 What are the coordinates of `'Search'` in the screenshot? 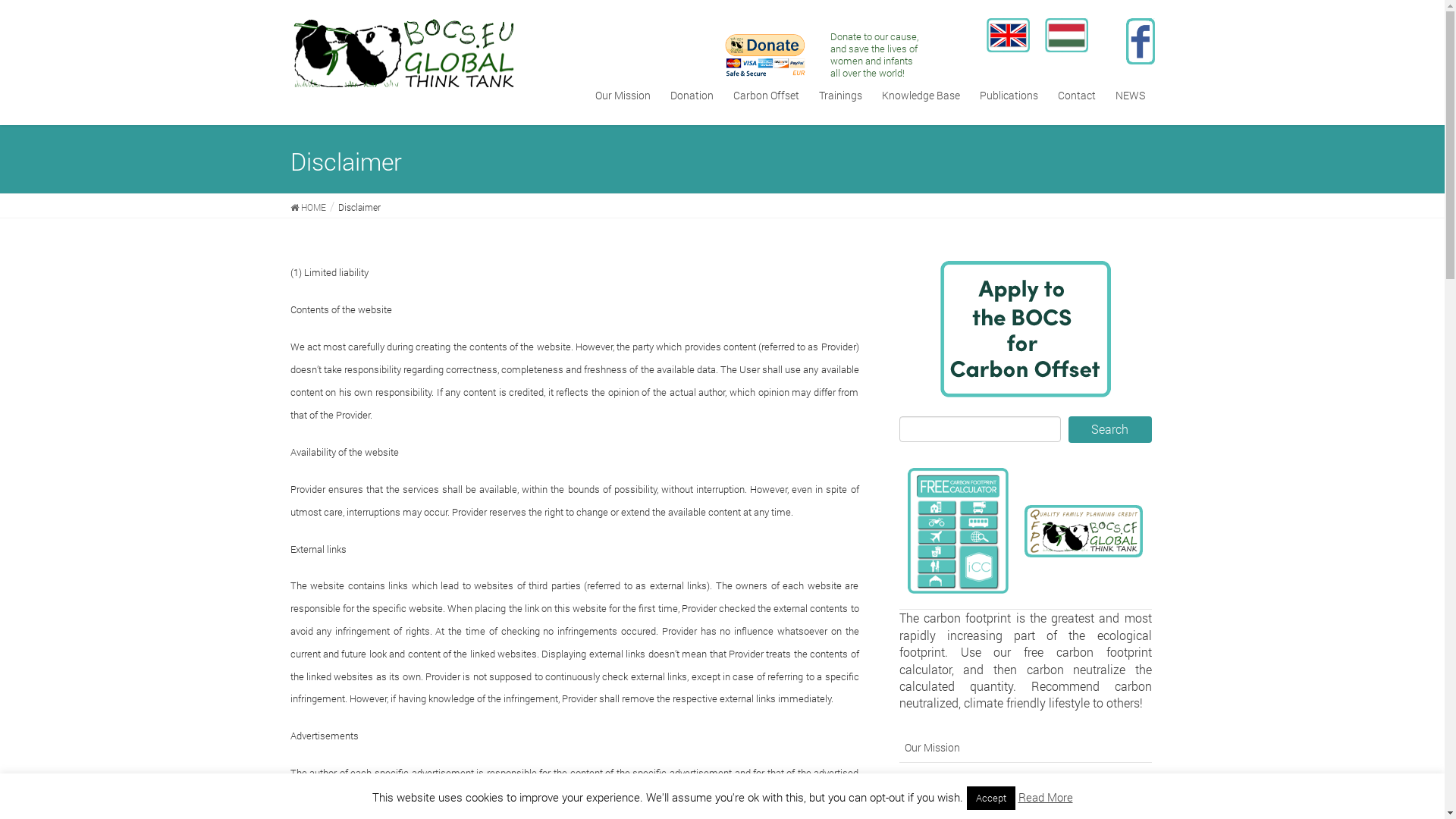 It's located at (1110, 429).